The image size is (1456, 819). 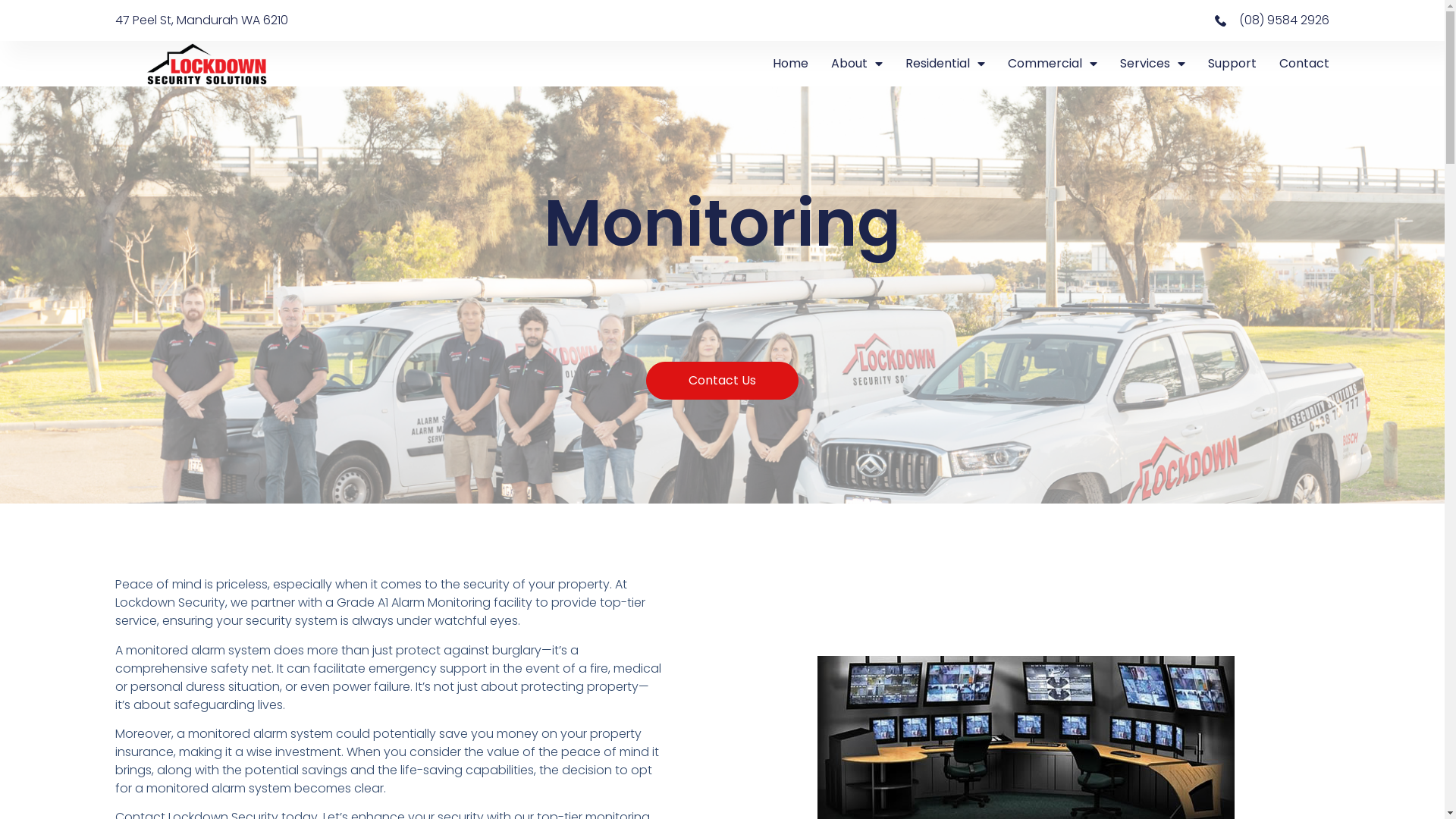 What do you see at coordinates (789, 63) in the screenshot?
I see `'Home'` at bounding box center [789, 63].